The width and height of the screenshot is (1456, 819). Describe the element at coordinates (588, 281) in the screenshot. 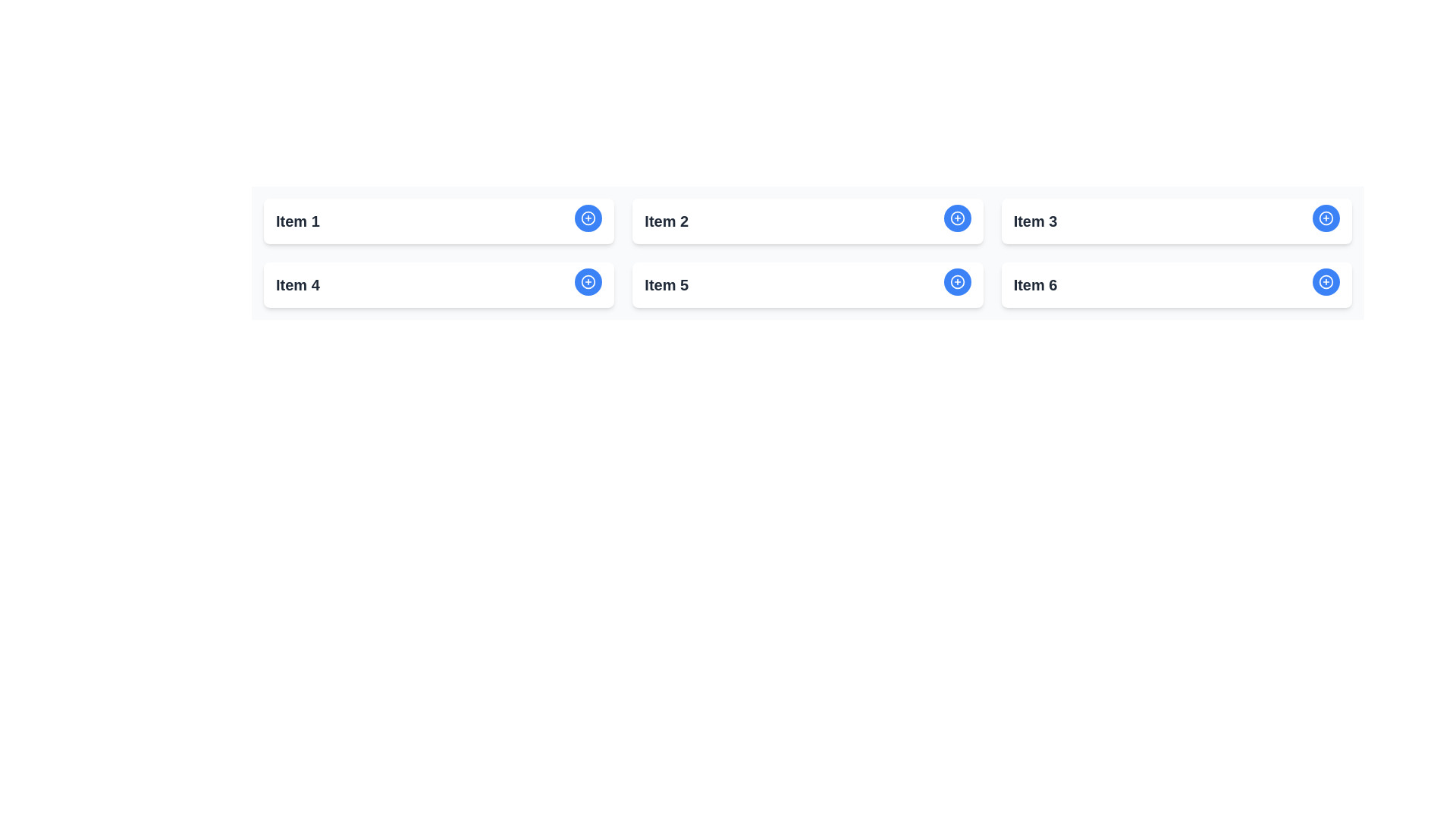

I see `the plus sign icon within a circle, which is located in a rounded button with a blue background, adjacent to 'Item 4' in the second row of items` at that location.